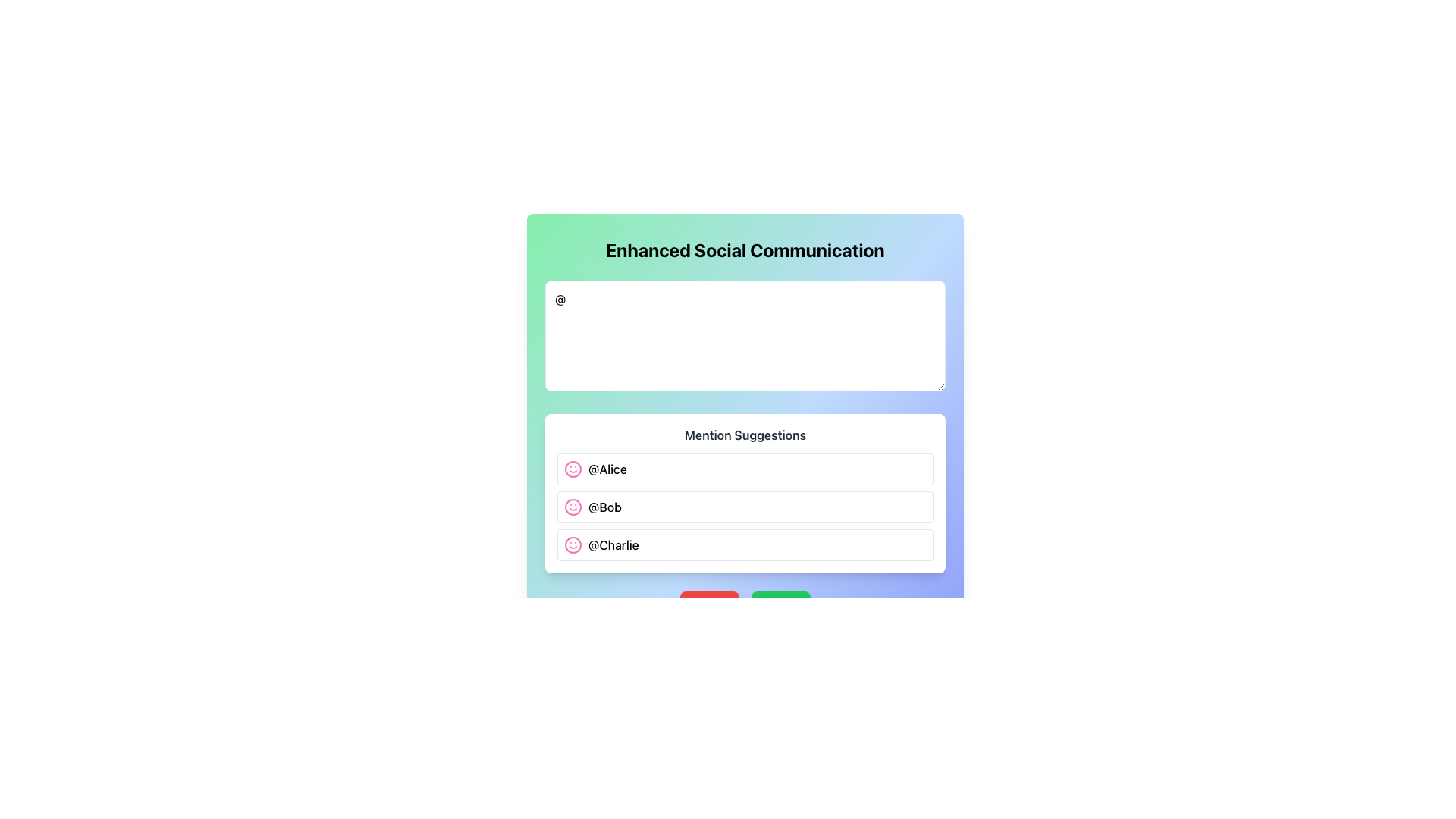  What do you see at coordinates (572, 544) in the screenshot?
I see `the outer circle of the smiley face icon located to the left of '@Charlie' in the 'Mention Suggestions' list` at bounding box center [572, 544].